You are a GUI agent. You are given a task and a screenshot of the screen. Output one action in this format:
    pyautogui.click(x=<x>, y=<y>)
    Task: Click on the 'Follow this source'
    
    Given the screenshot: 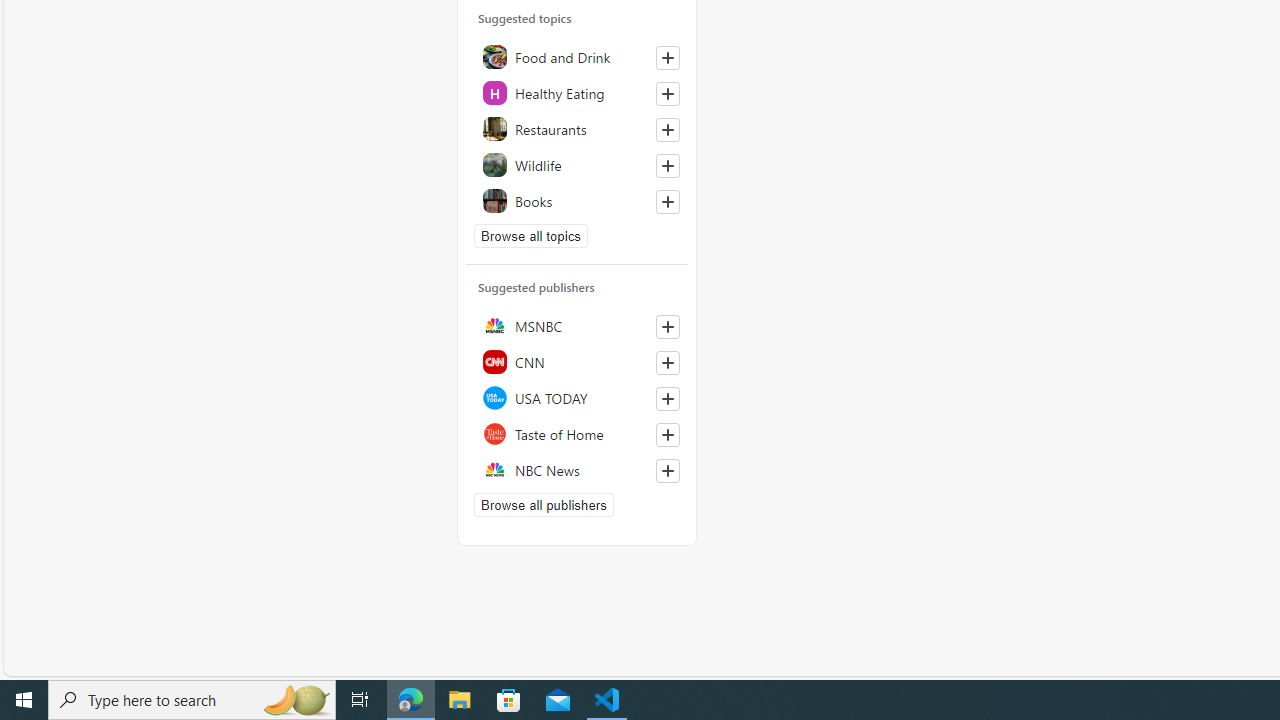 What is the action you would take?
    pyautogui.click(x=668, y=470)
    